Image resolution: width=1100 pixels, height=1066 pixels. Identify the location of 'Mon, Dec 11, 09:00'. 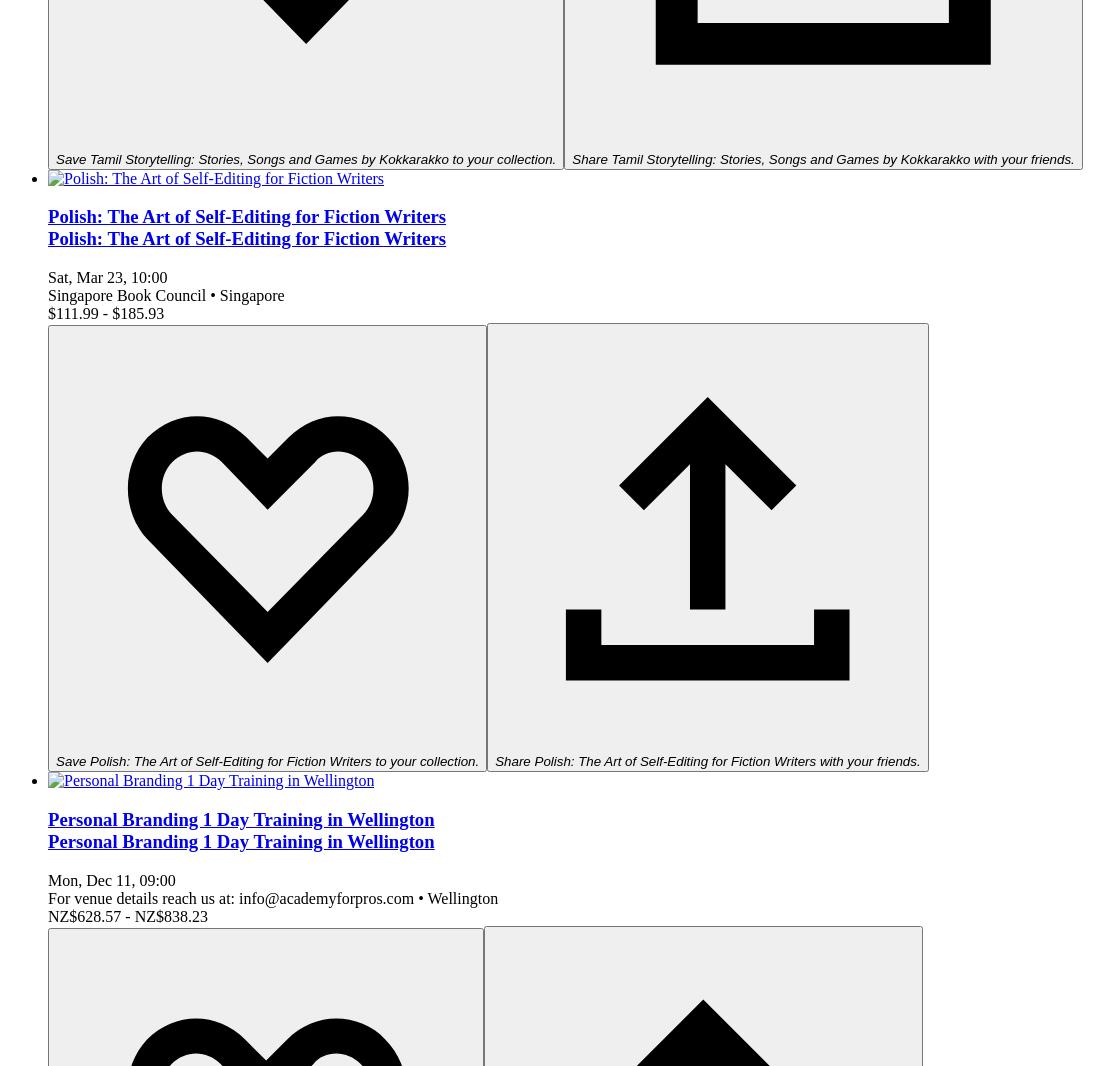
(111, 879).